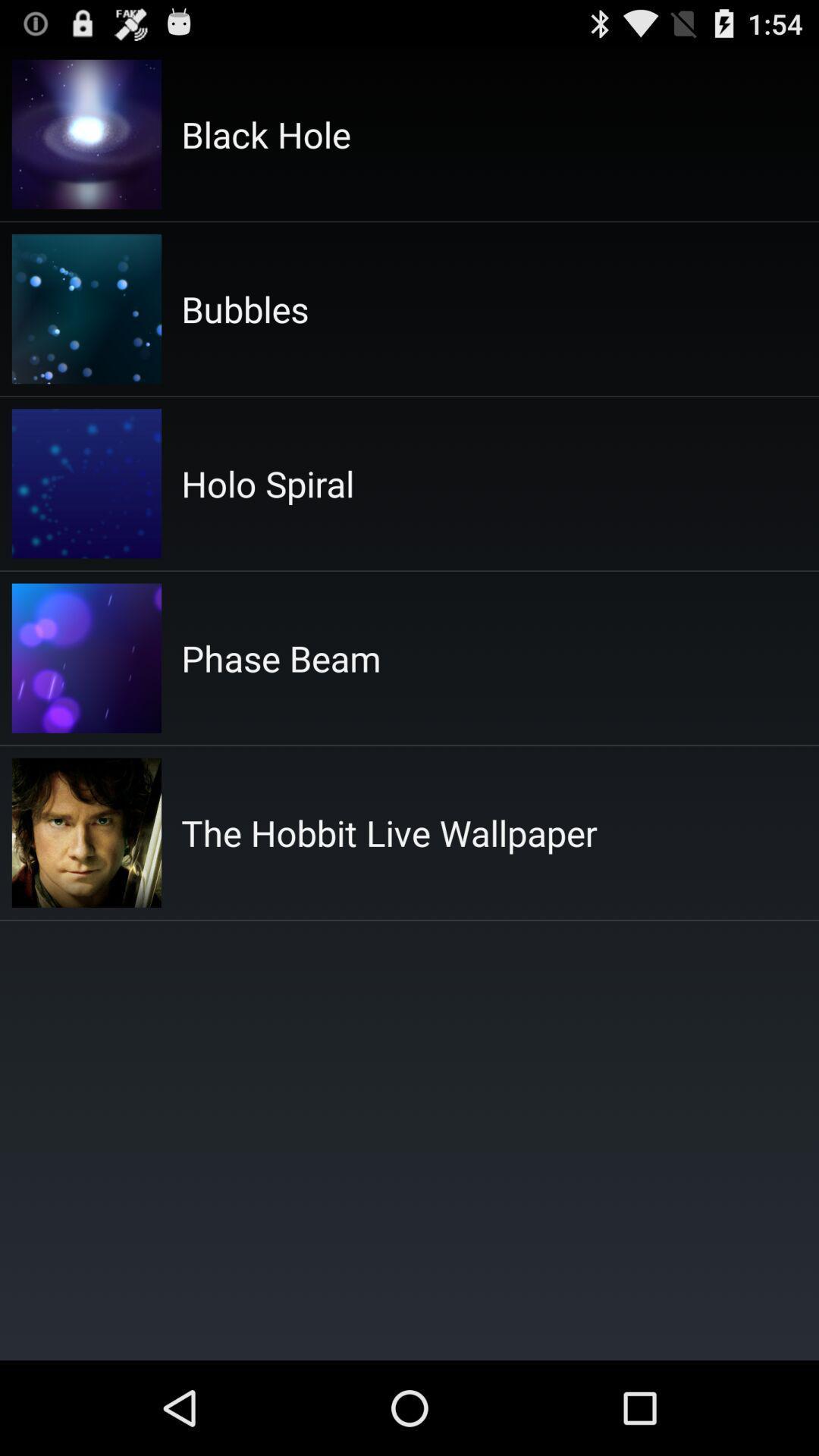 The image size is (819, 1456). I want to click on holo spiral app, so click(267, 482).